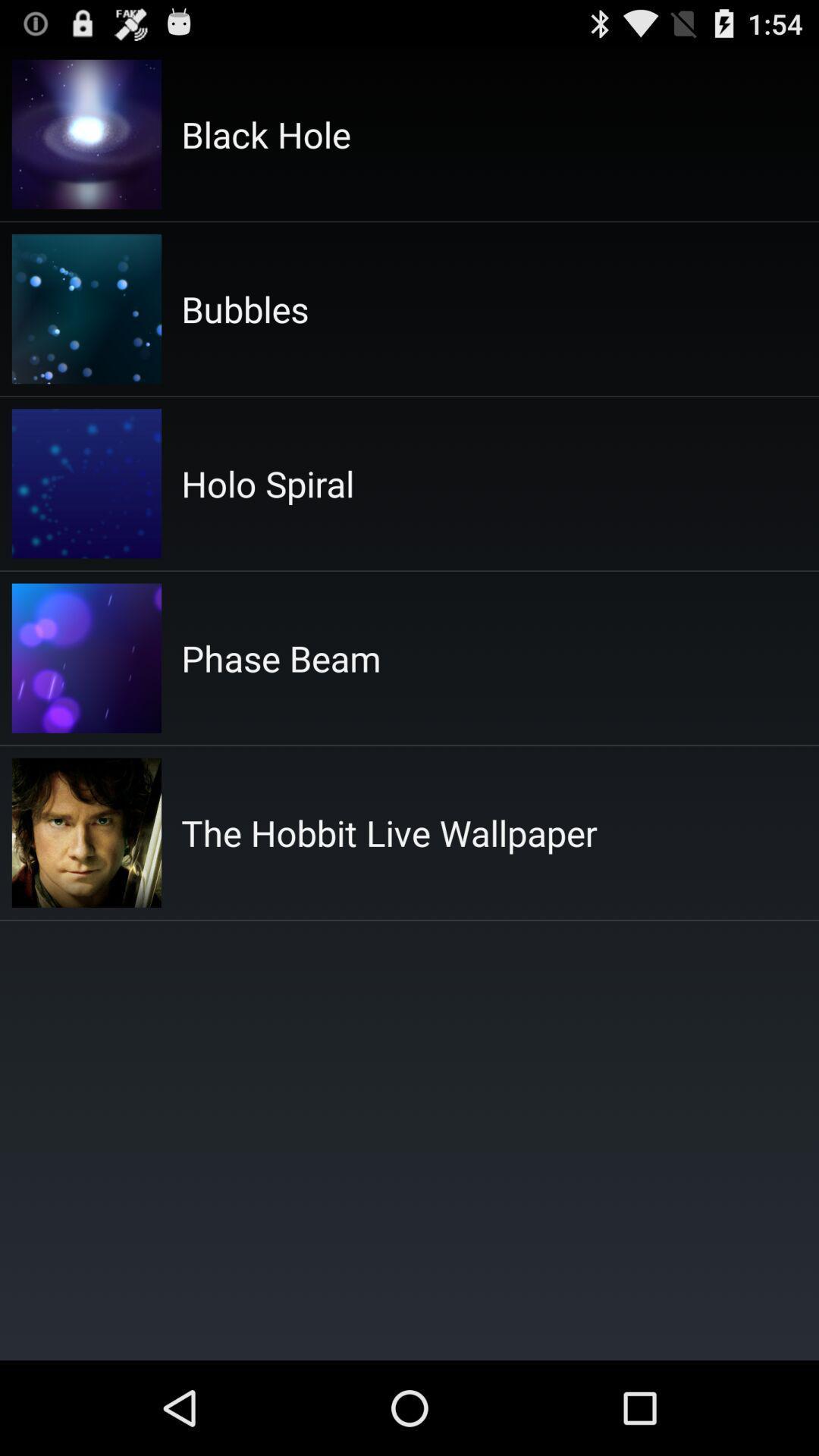 The image size is (819, 1456). I want to click on holo spiral app, so click(267, 482).